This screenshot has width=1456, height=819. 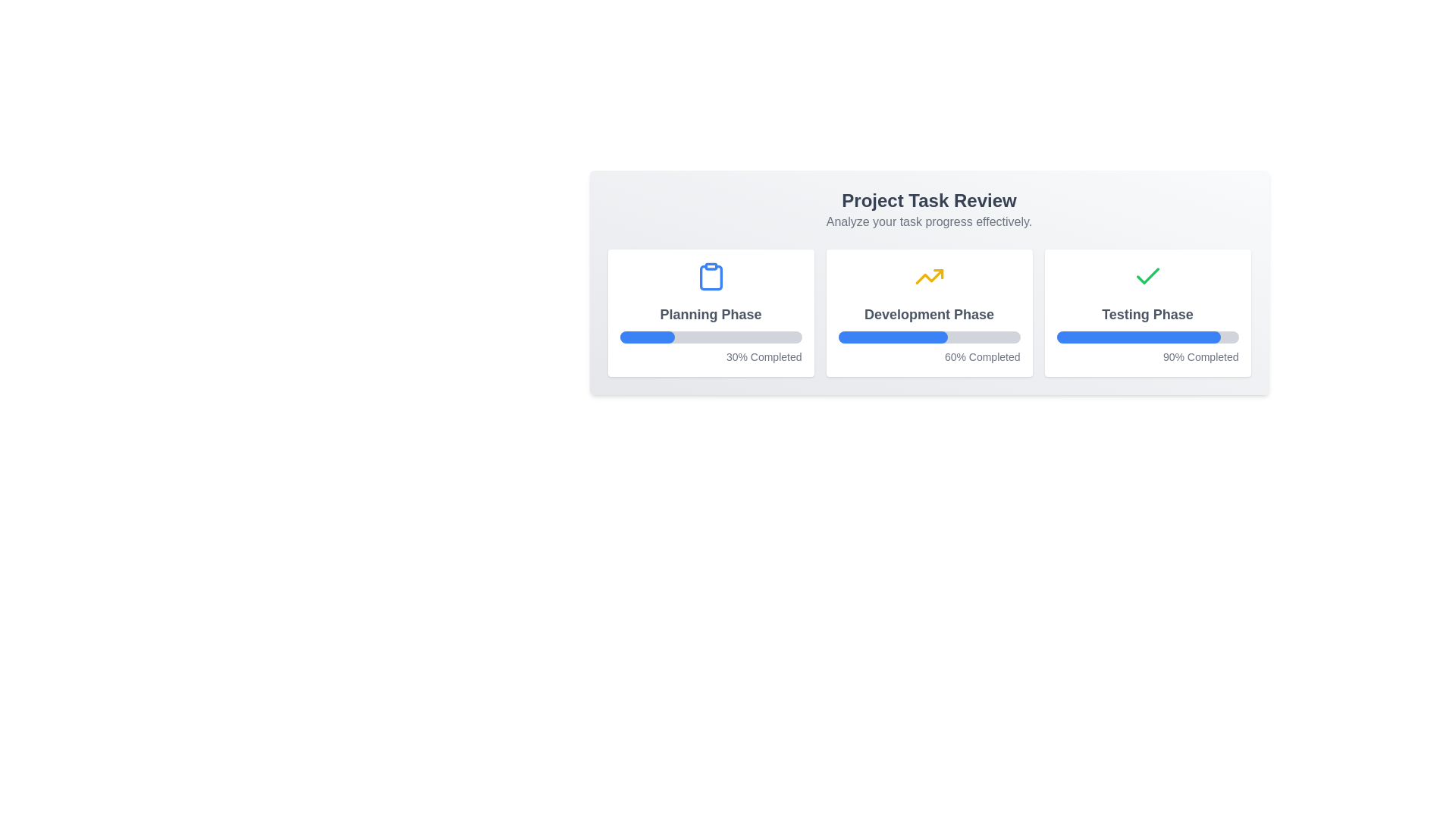 I want to click on status and progress information from the Summary card displaying 'Testing Phase' progress at 90% completion level, so click(x=1147, y=312).